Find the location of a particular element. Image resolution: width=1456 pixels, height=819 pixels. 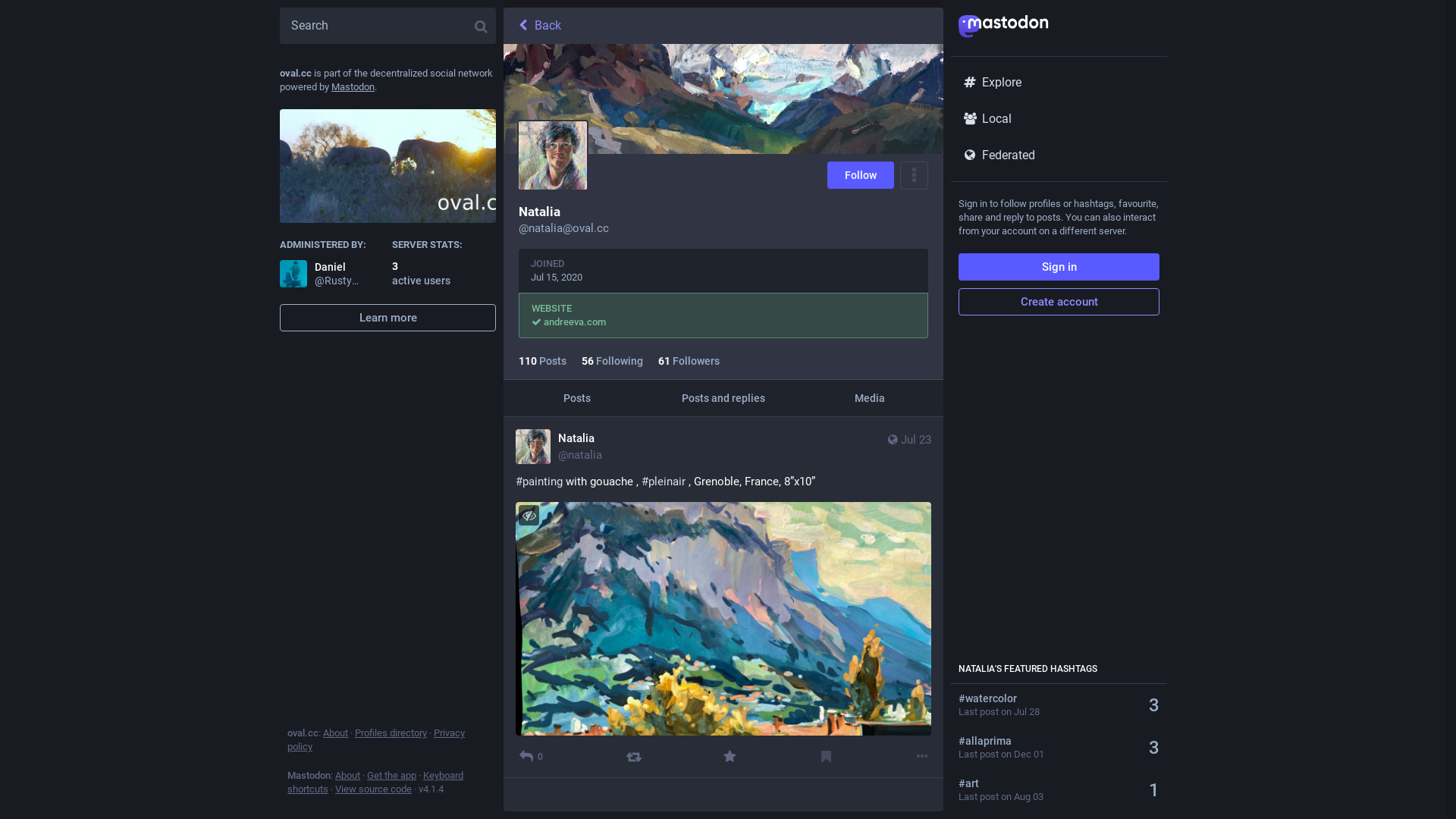

'Posts' is located at coordinates (576, 397).